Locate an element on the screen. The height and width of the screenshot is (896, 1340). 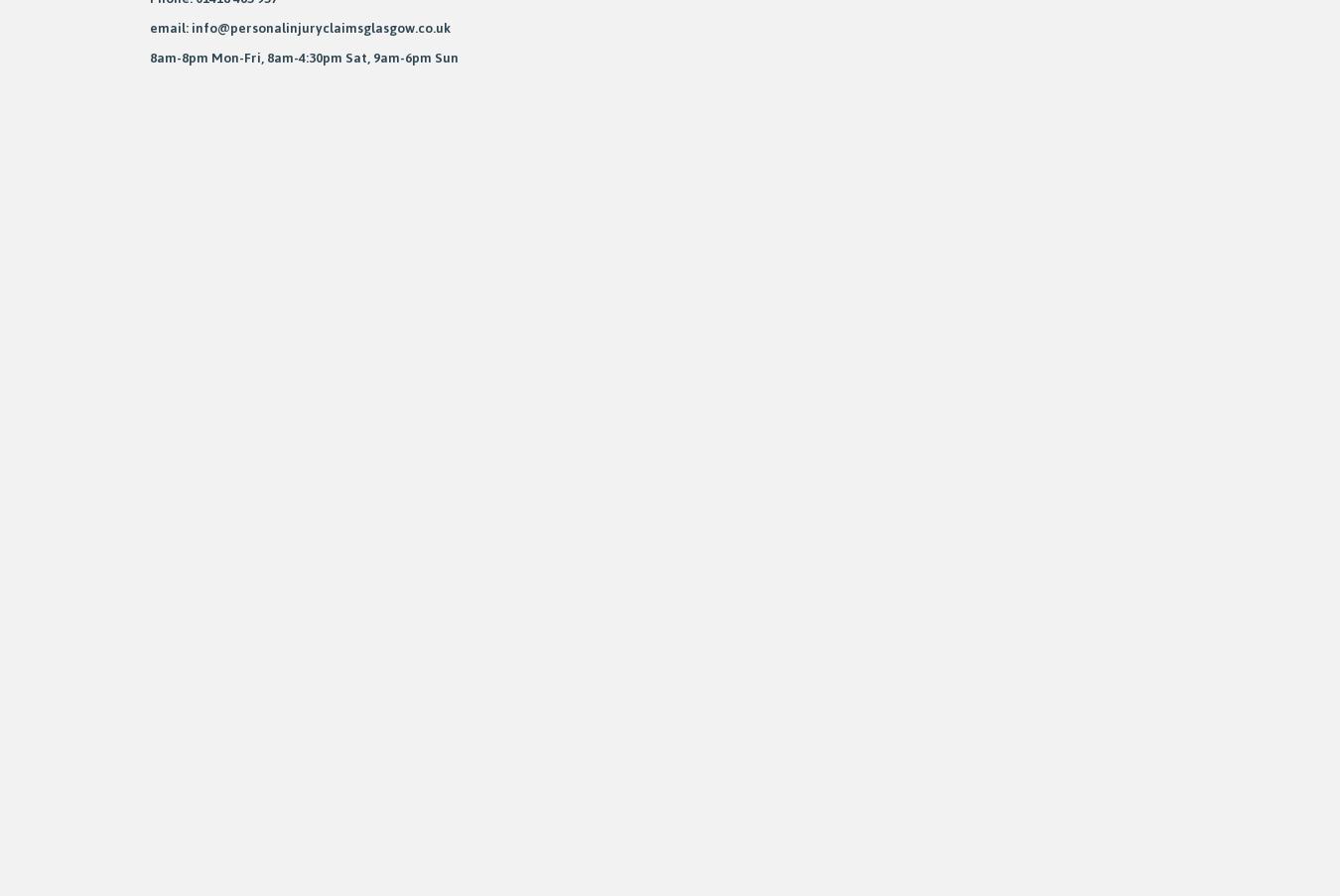
'Sheffield' is located at coordinates (632, 361).